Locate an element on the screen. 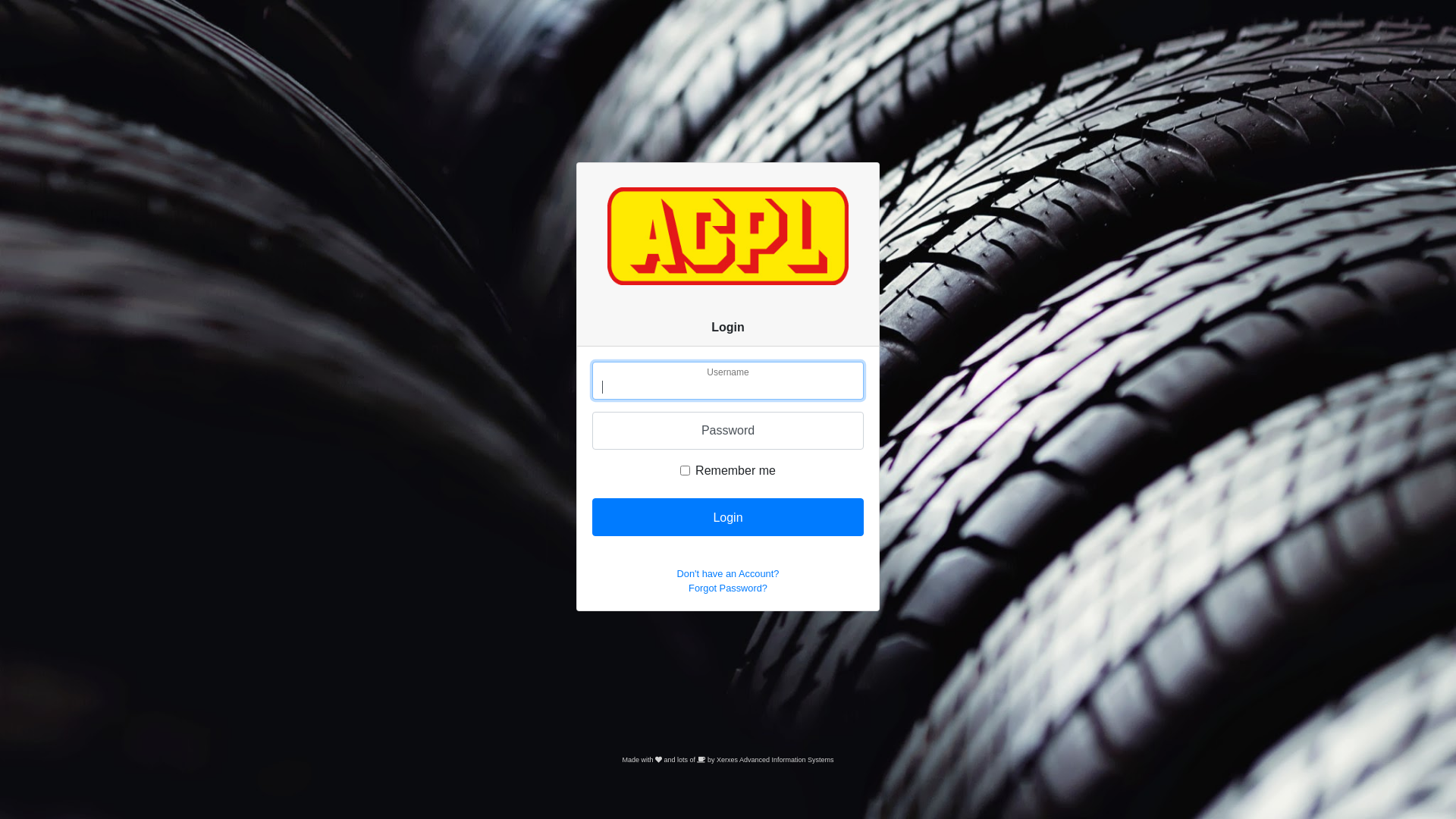 This screenshot has height=819, width=1456. 'Login' is located at coordinates (728, 516).